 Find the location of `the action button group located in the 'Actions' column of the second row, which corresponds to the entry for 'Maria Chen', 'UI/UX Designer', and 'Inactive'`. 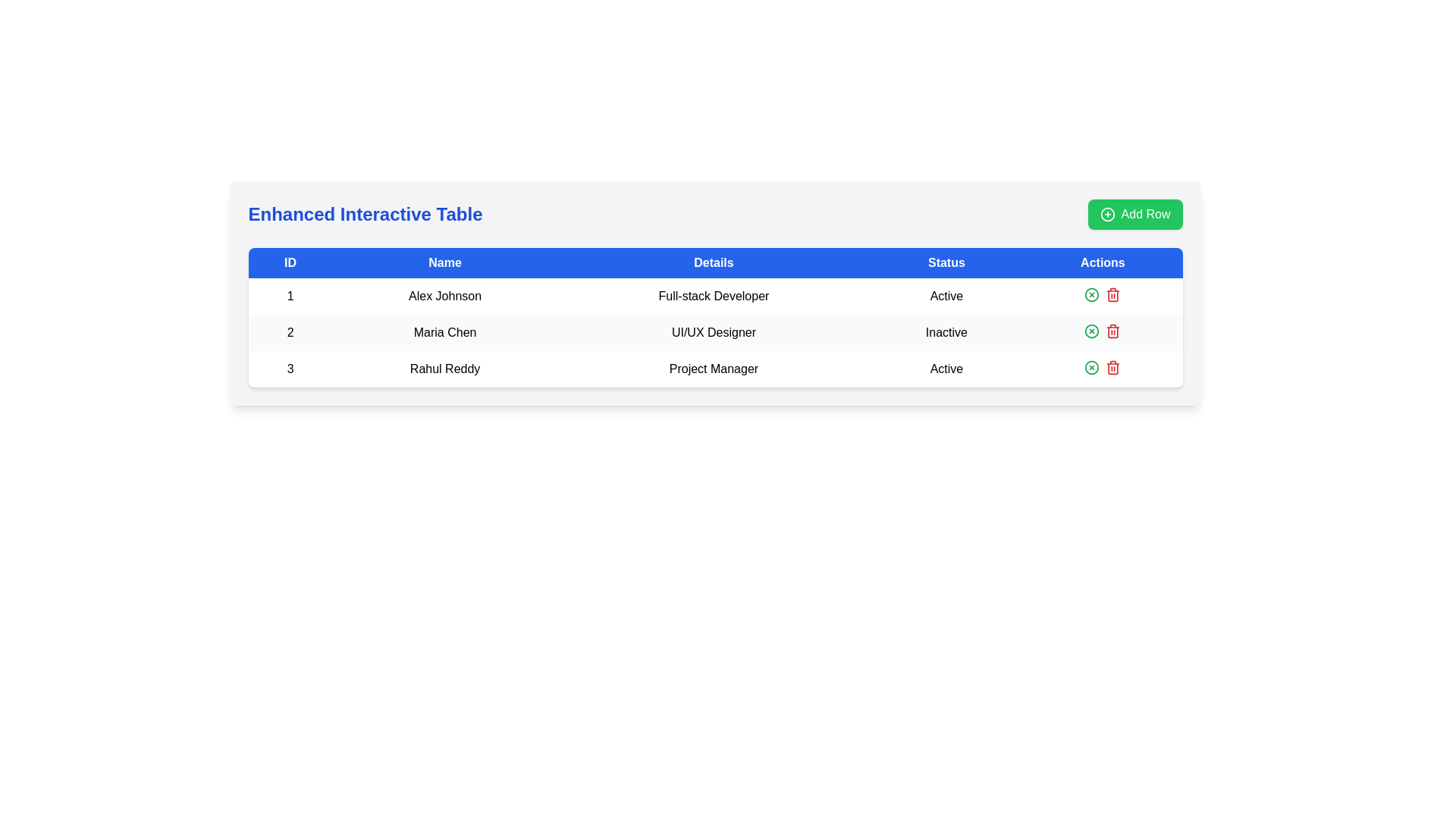

the action button group located in the 'Actions' column of the second row, which corresponds to the entry for 'Maria Chen', 'UI/UX Designer', and 'Inactive' is located at coordinates (1103, 330).